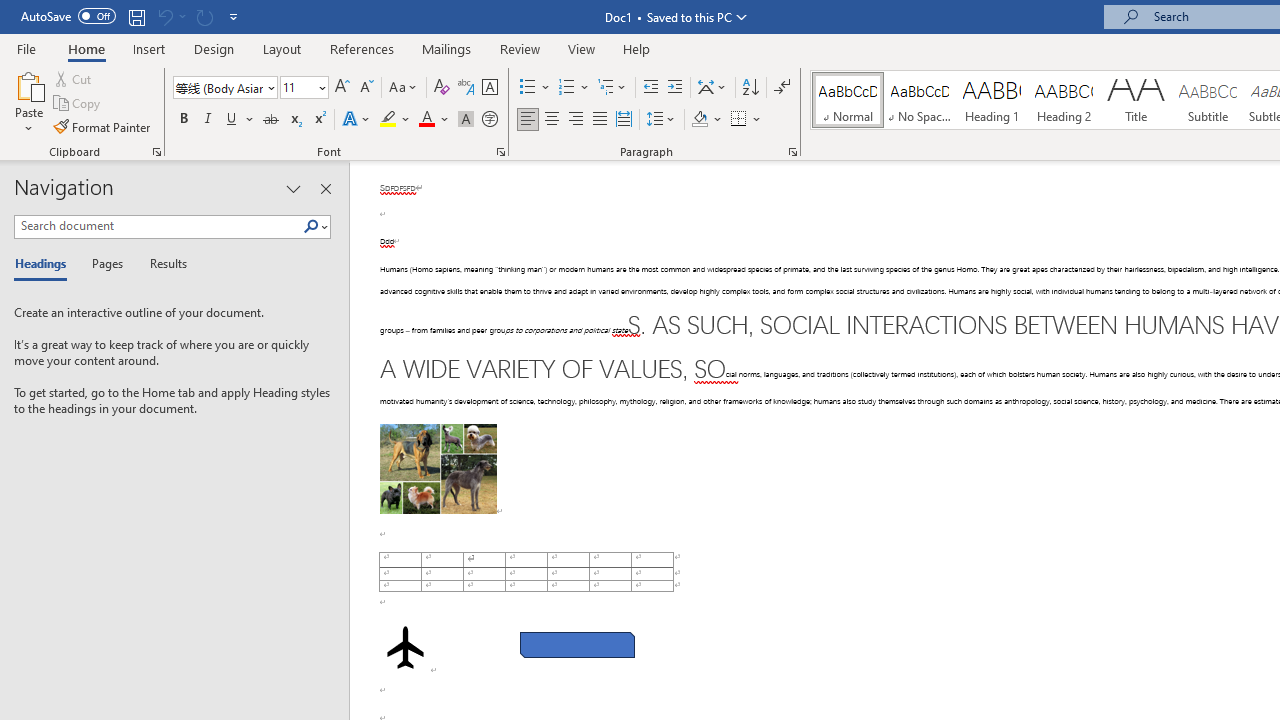  I want to click on 'Font Color Red', so click(425, 119).